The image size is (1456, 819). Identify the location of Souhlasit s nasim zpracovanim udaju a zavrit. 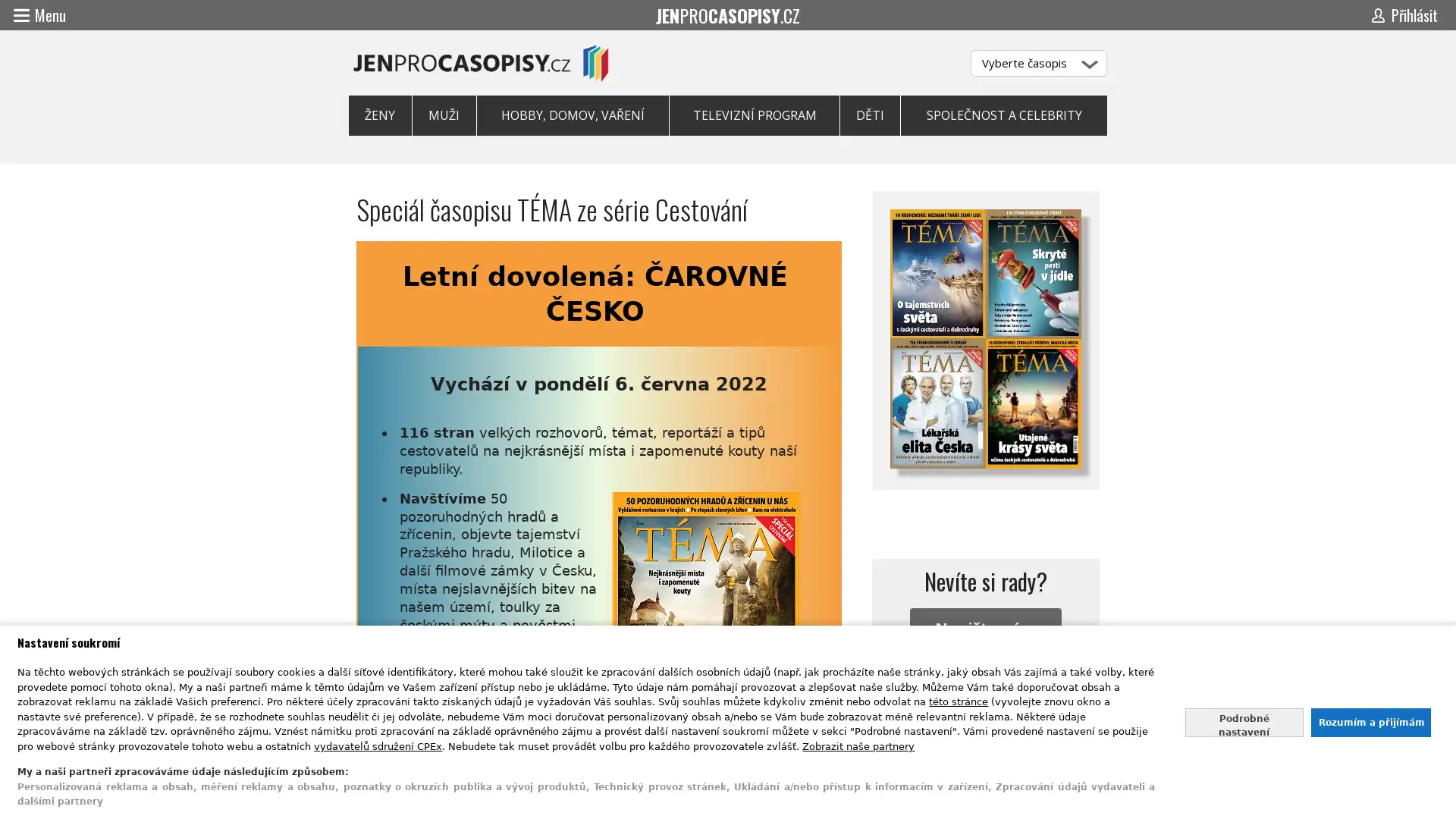
(1370, 721).